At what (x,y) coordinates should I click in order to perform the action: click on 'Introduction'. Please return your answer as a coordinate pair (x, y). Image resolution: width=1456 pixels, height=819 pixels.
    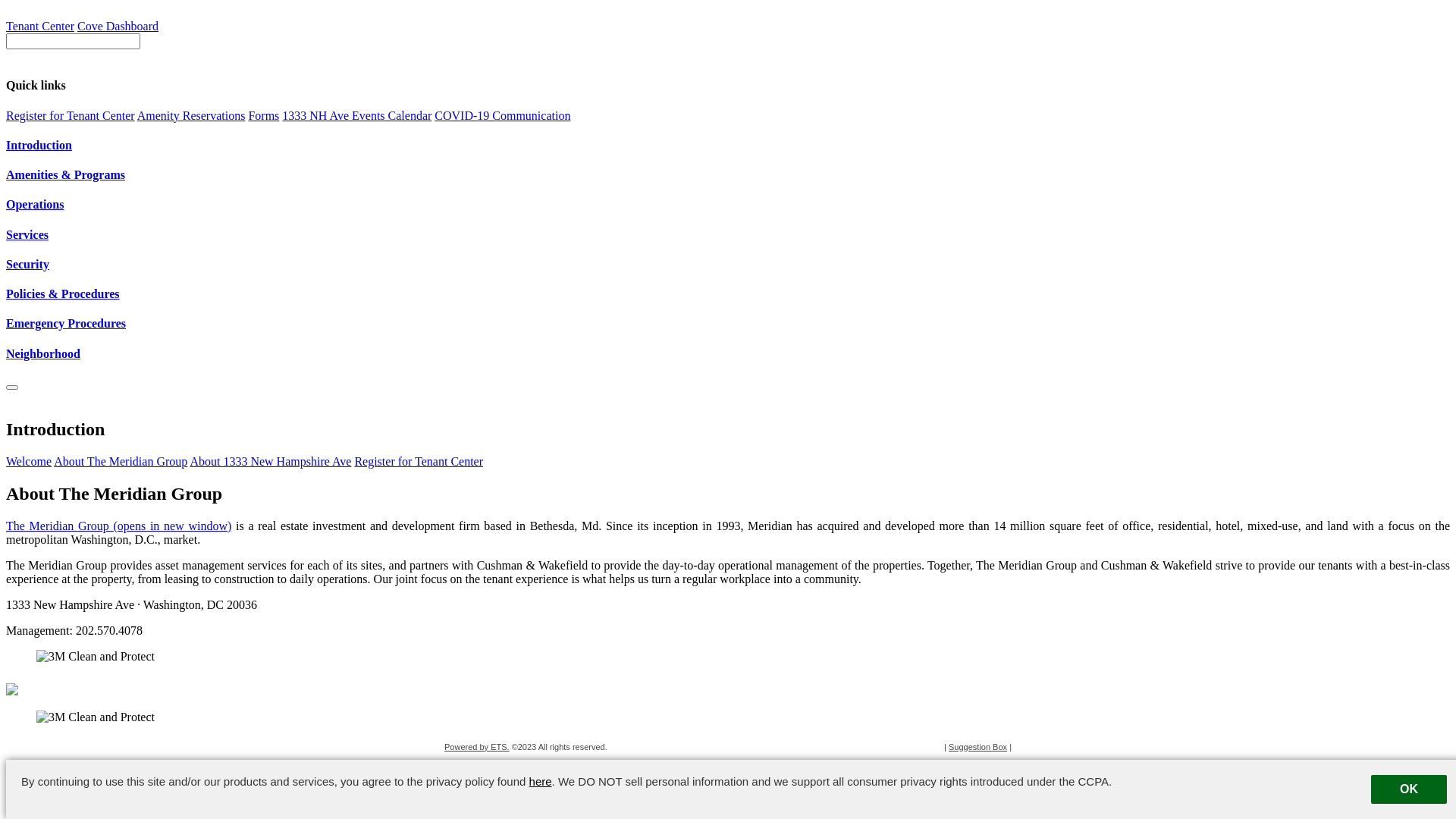
    Looking at the image, I should click on (728, 146).